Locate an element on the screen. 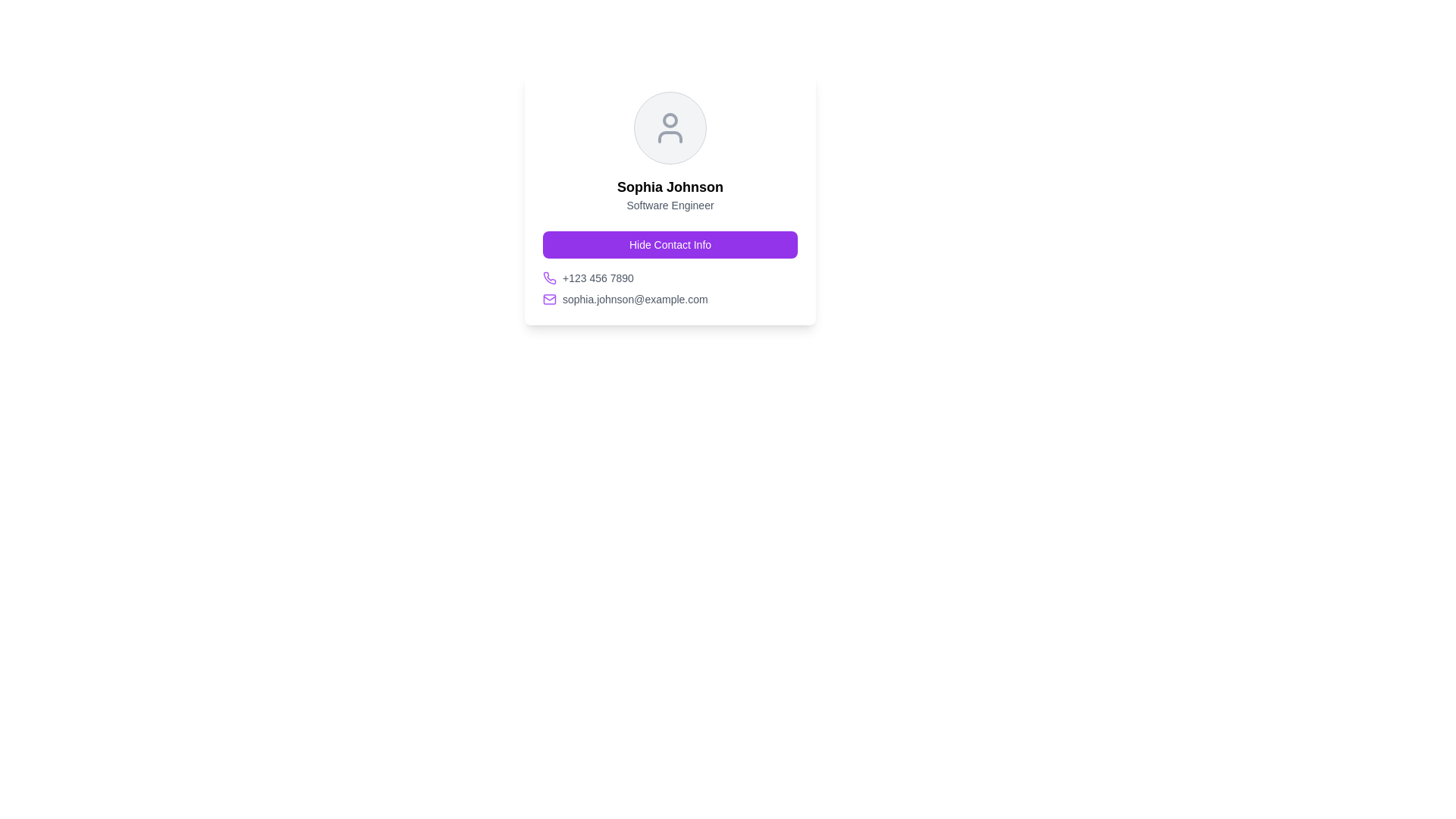 Image resolution: width=1456 pixels, height=819 pixels. the text label that reads 'Software Engineer' in gray font, located directly below 'Sophia Johnson' is located at coordinates (669, 205).